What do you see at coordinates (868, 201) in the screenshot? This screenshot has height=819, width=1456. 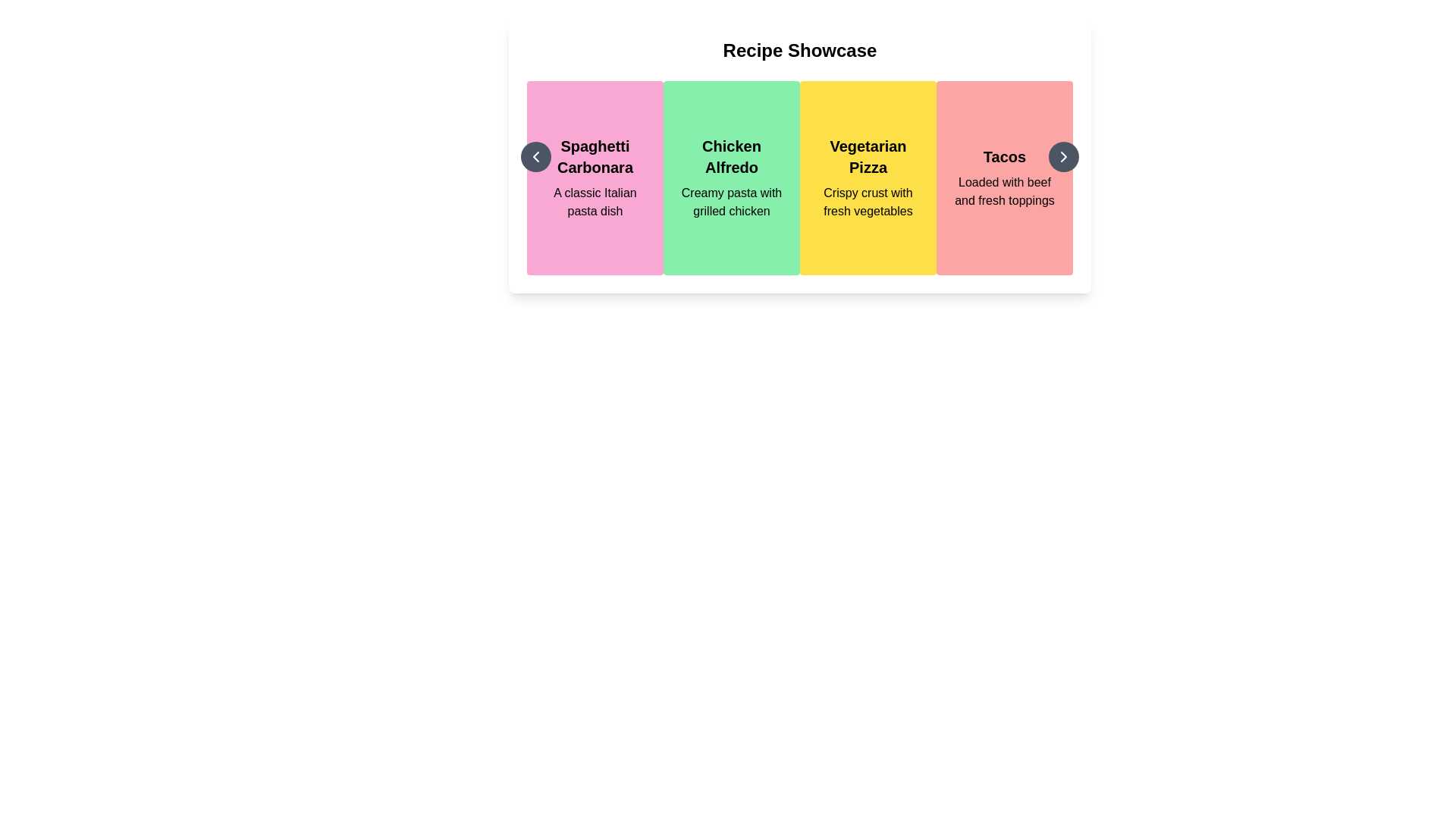 I see `text label that says 'Crispy crust with fresh vegetables', which is styled in regular black font on a yellow background and located beneath the heading 'Vegetarian Pizza'` at bounding box center [868, 201].